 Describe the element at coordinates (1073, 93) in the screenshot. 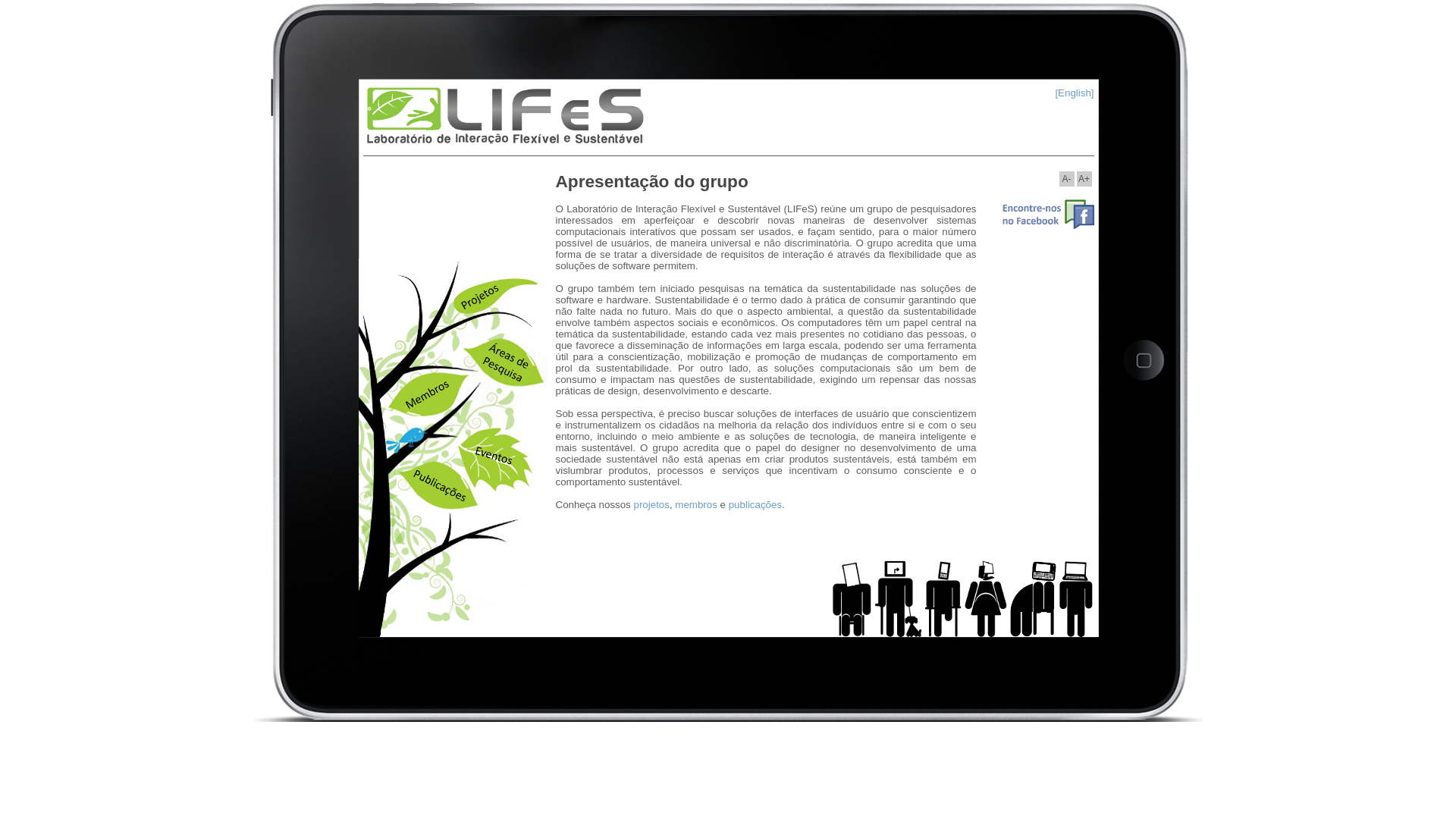

I see `'[English]'` at that location.